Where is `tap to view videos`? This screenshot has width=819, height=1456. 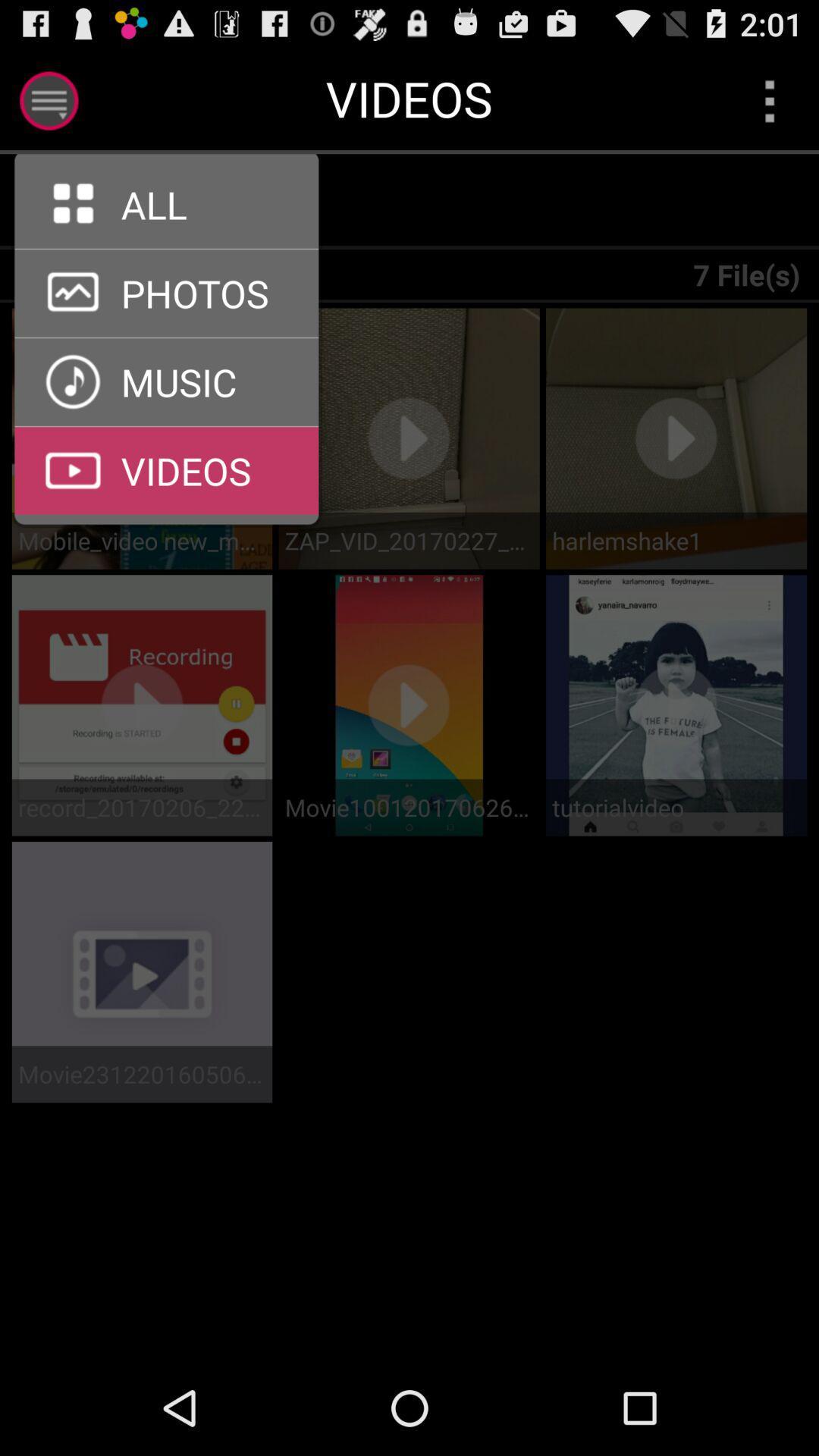
tap to view videos is located at coordinates (166, 425).